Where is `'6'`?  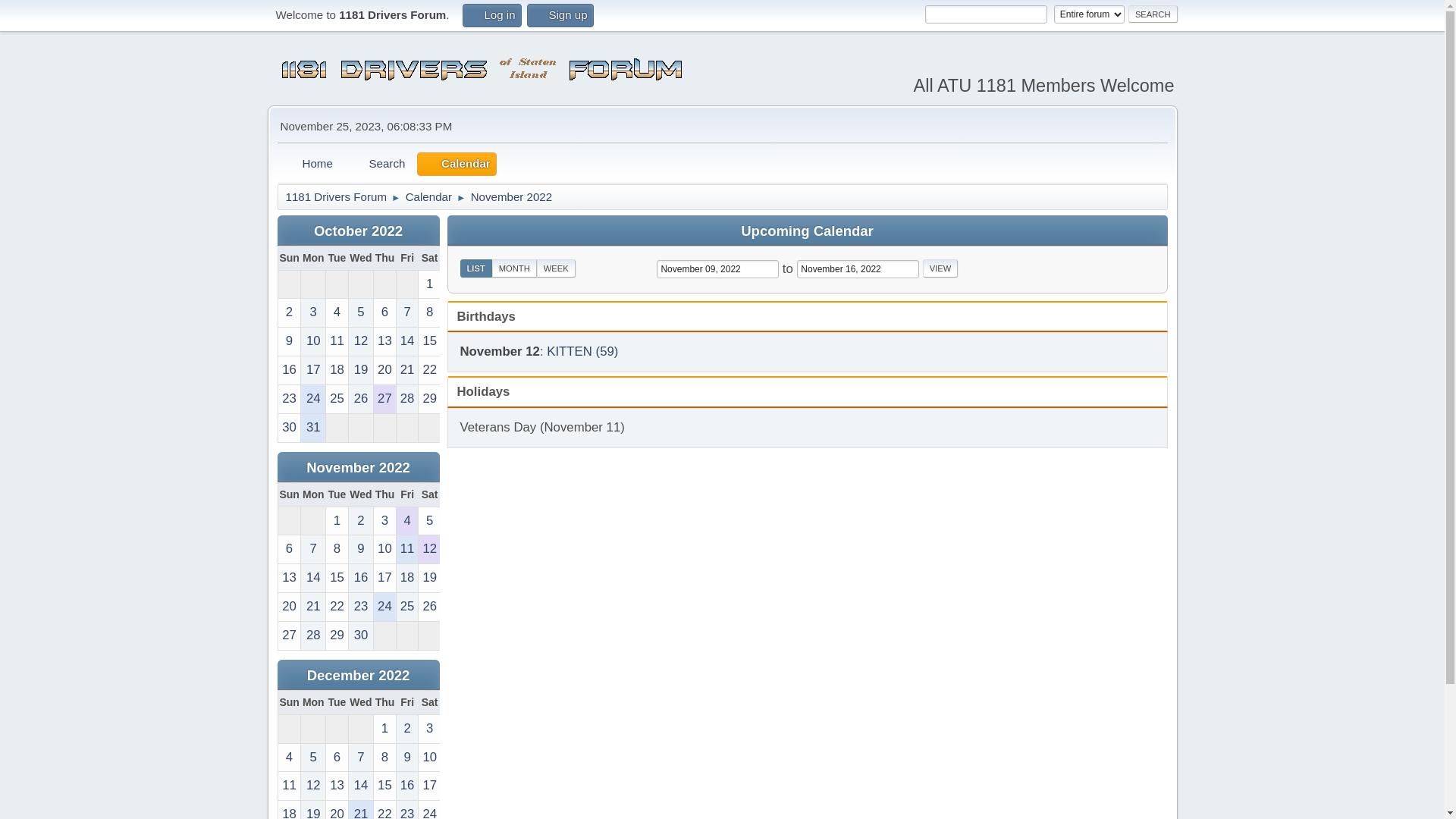
'6' is located at coordinates (288, 549).